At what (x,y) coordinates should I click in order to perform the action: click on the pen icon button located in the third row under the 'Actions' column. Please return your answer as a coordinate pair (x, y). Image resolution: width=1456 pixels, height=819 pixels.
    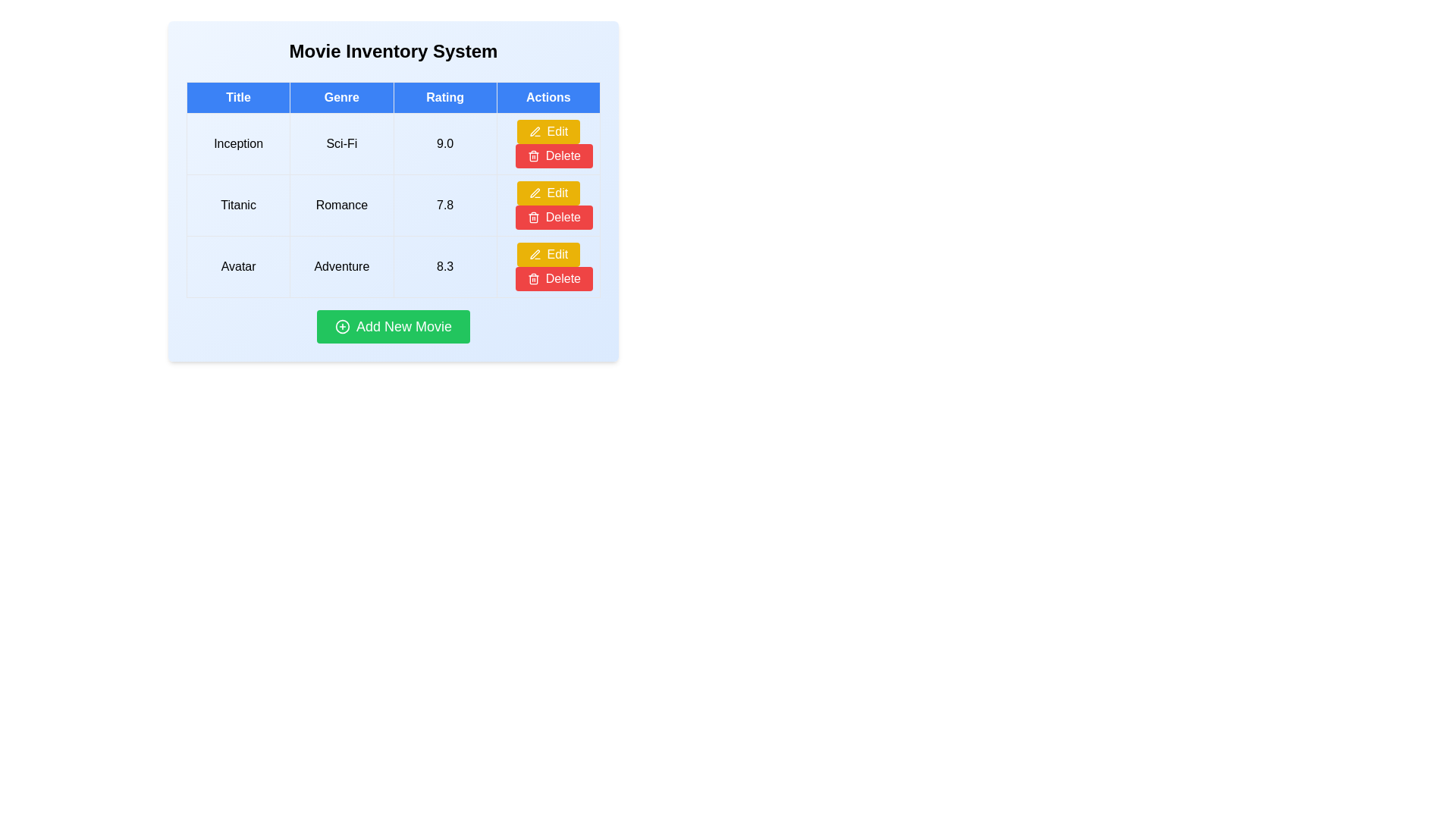
    Looking at the image, I should click on (535, 253).